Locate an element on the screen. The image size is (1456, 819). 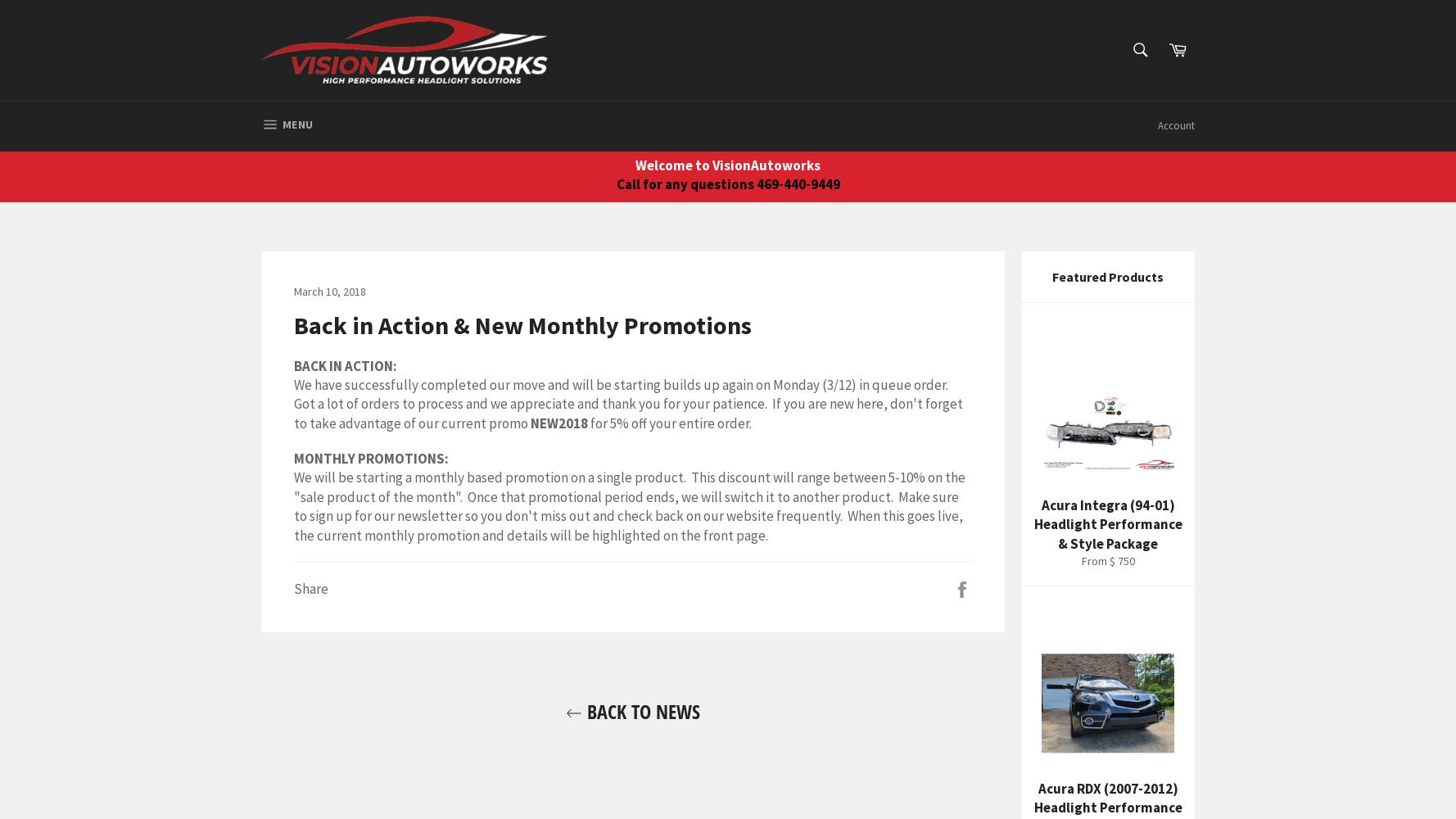
'Menu' is located at coordinates (296, 124).